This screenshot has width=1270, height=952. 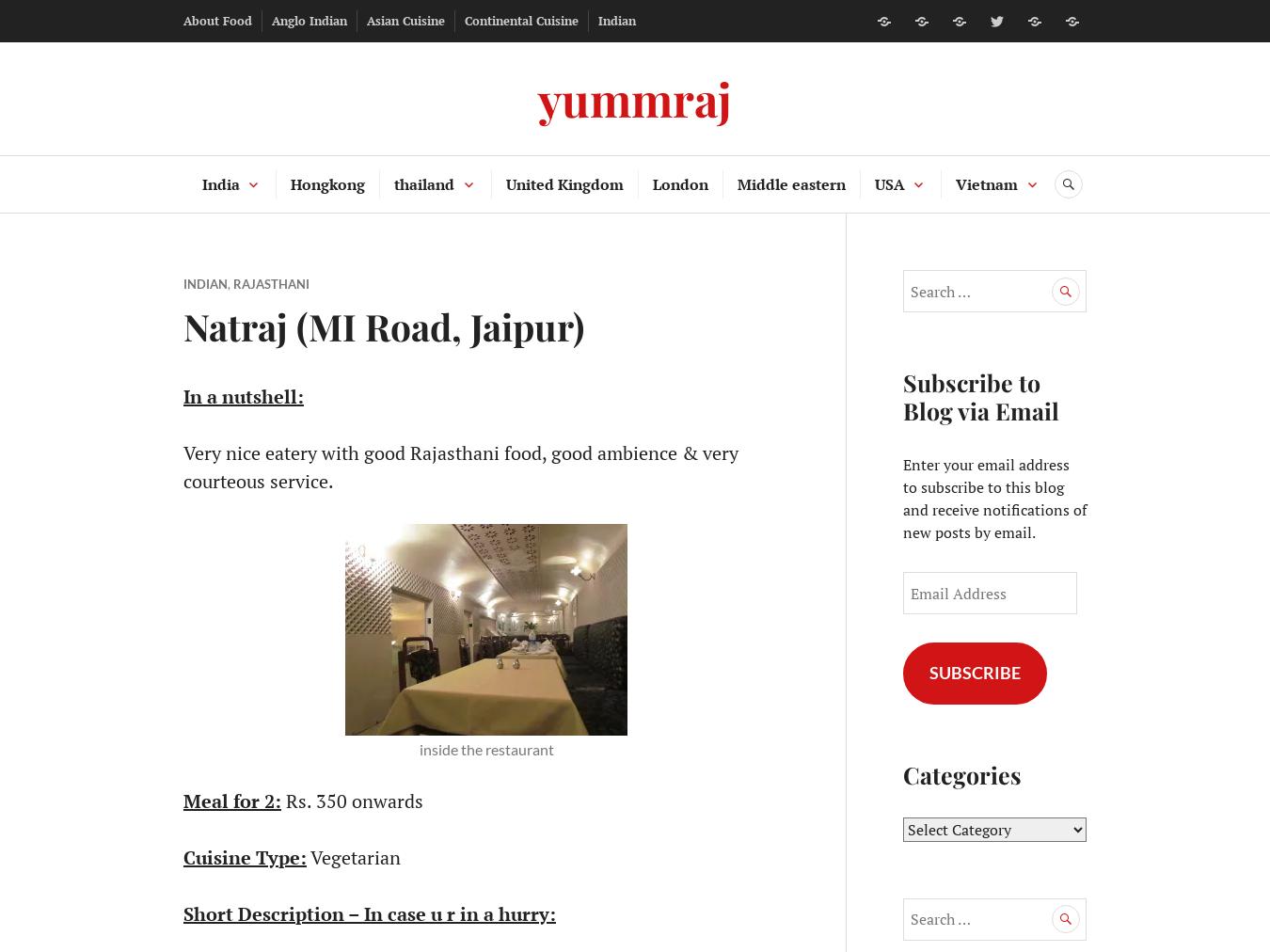 I want to click on 'Asian Cuisine', so click(x=405, y=19).